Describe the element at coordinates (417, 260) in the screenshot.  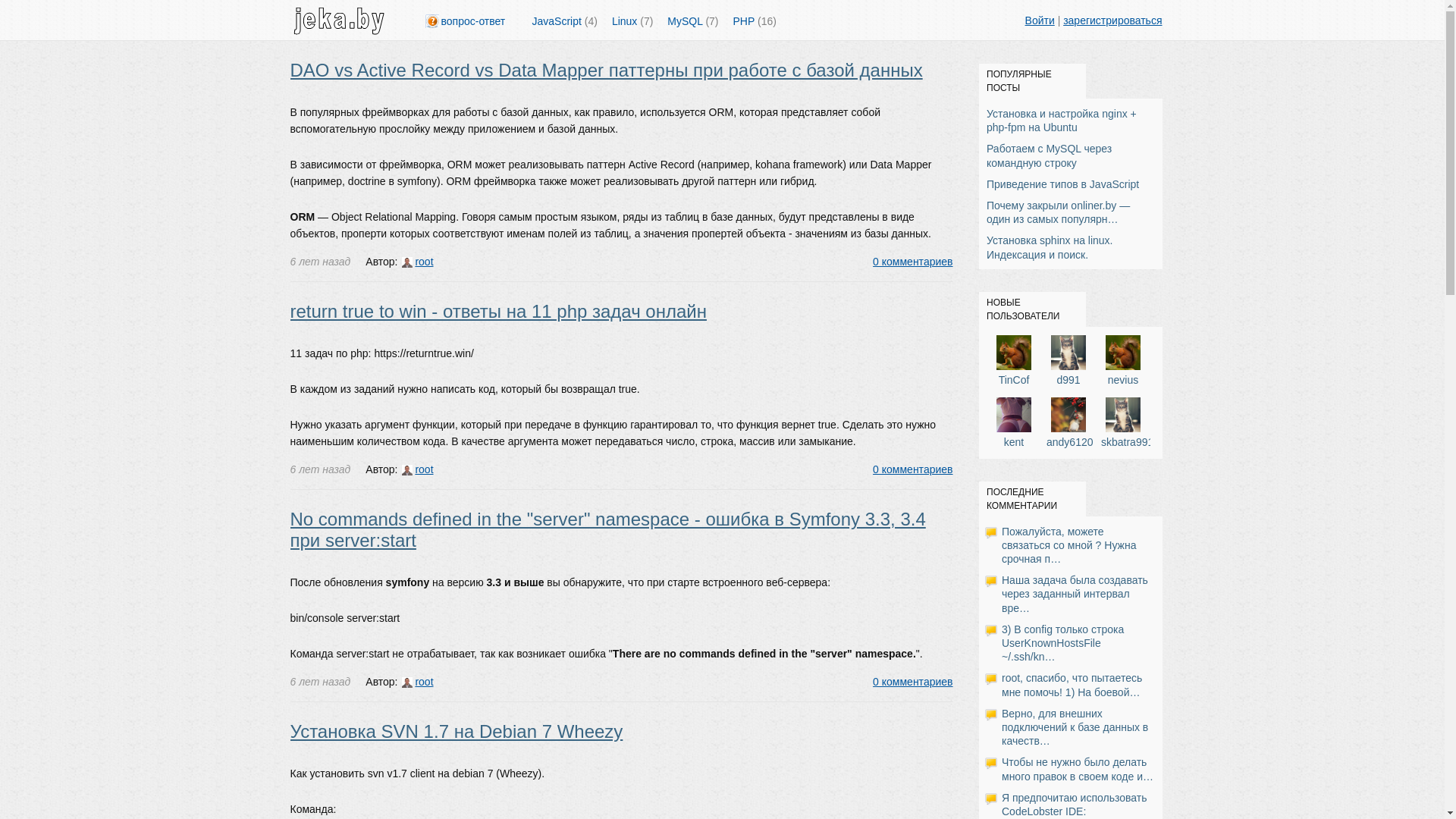
I see `'root'` at that location.